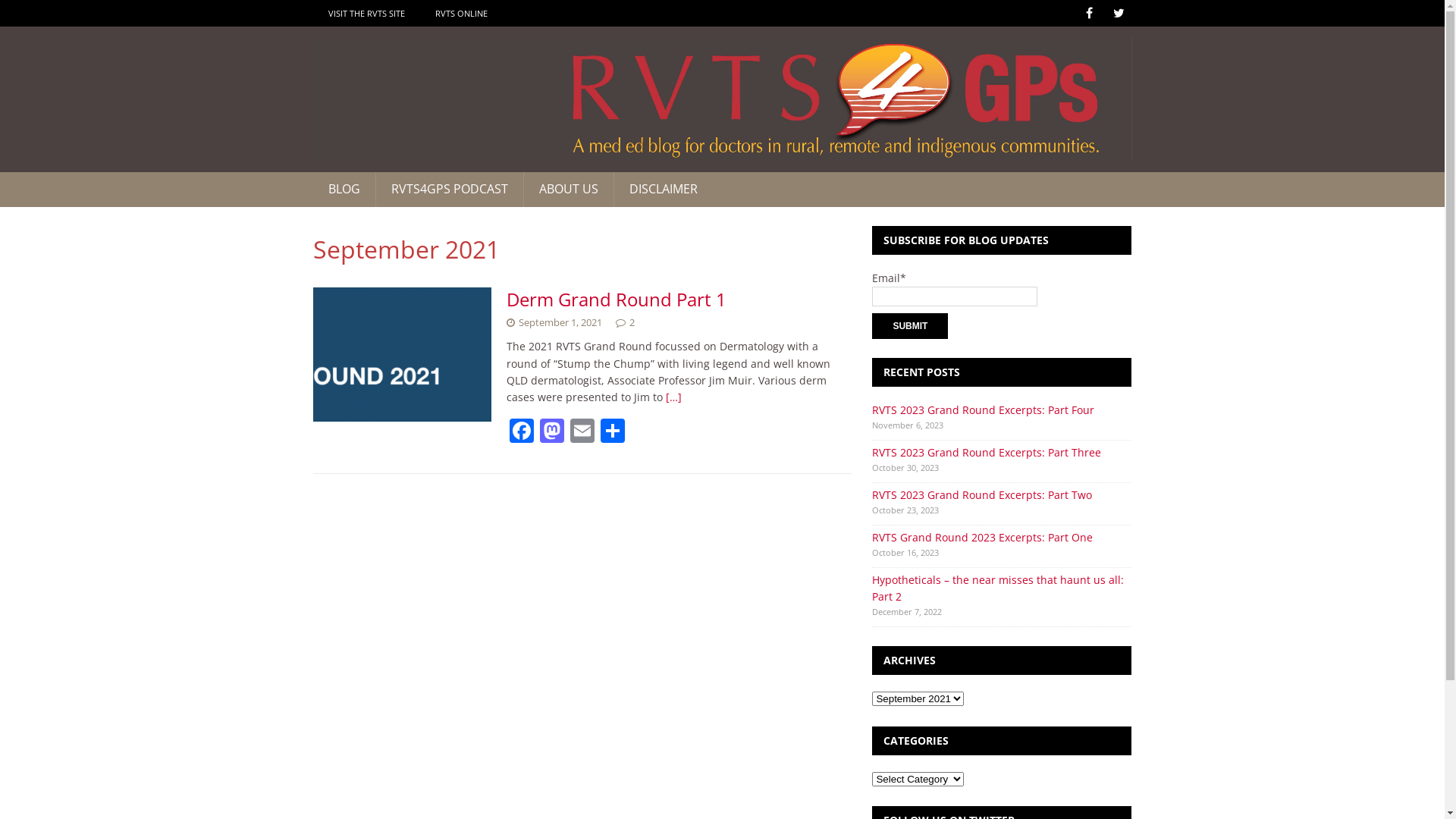  Describe the element at coordinates (910, 325) in the screenshot. I see `'Submit'` at that location.